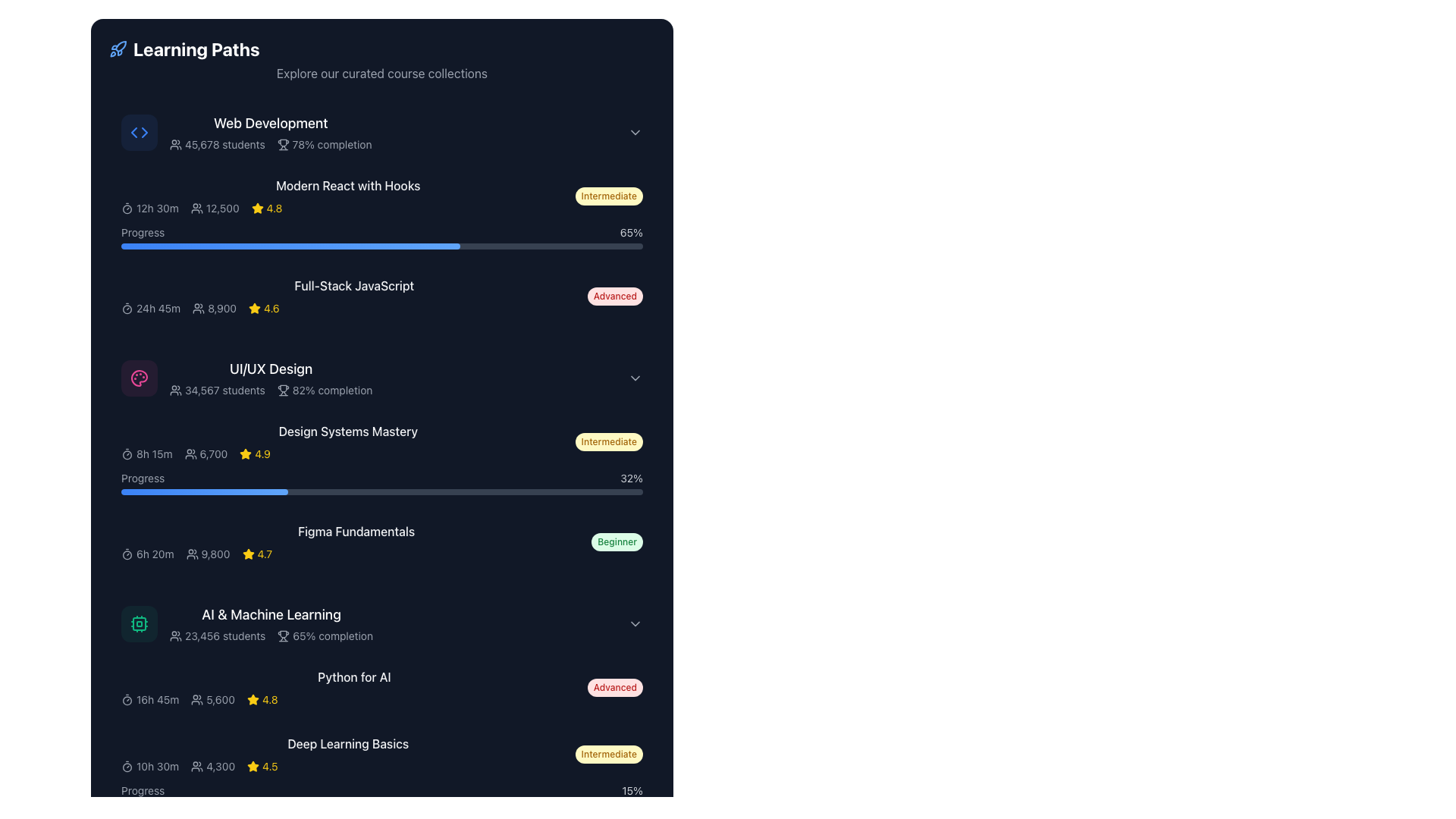 This screenshot has height=819, width=1456. What do you see at coordinates (635, 131) in the screenshot?
I see `the chevron icon that allows expanding or collapsing the 'Web Development' section` at bounding box center [635, 131].